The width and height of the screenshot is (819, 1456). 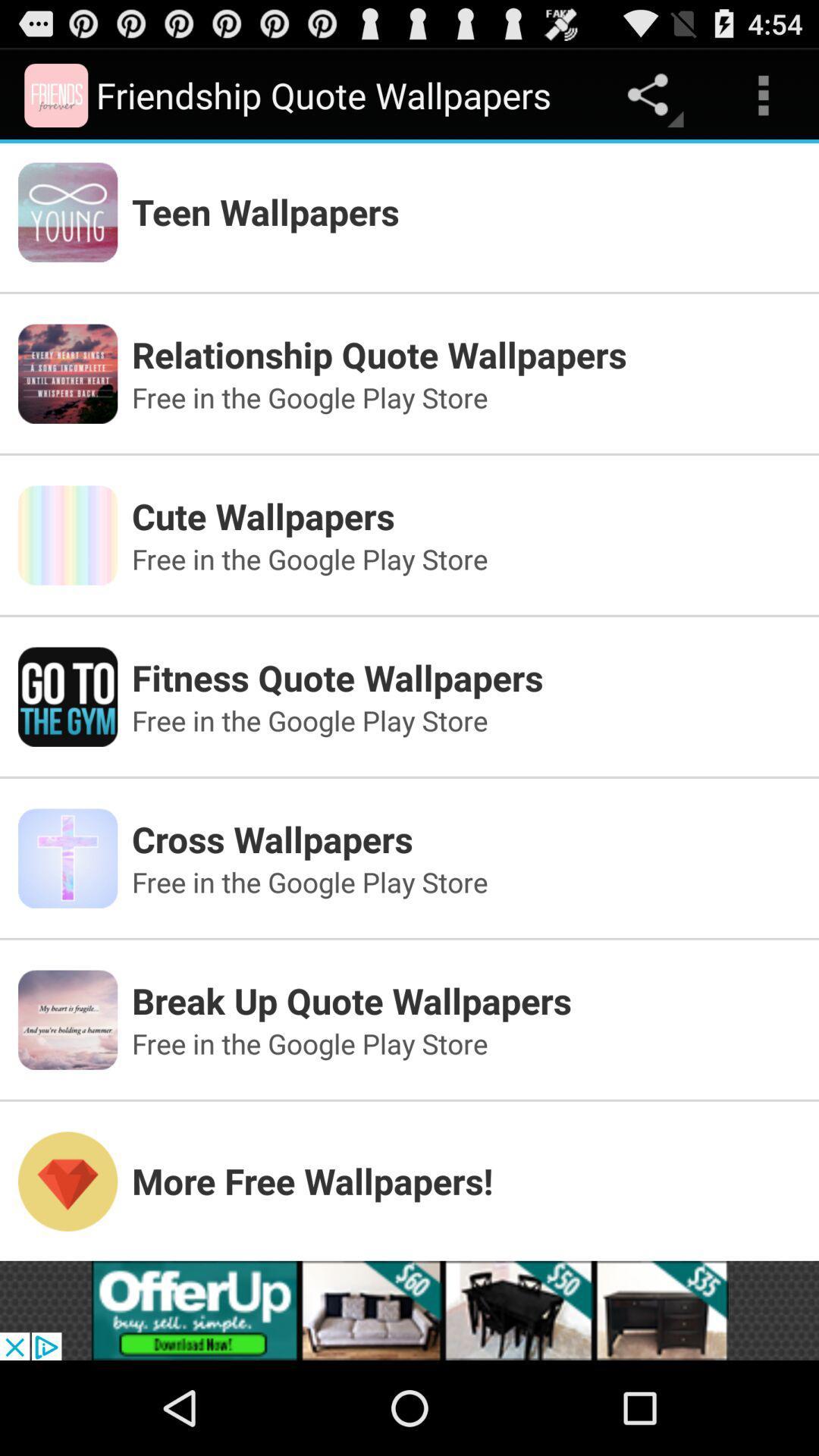 What do you see at coordinates (409, 1310) in the screenshot?
I see `advertisement source` at bounding box center [409, 1310].